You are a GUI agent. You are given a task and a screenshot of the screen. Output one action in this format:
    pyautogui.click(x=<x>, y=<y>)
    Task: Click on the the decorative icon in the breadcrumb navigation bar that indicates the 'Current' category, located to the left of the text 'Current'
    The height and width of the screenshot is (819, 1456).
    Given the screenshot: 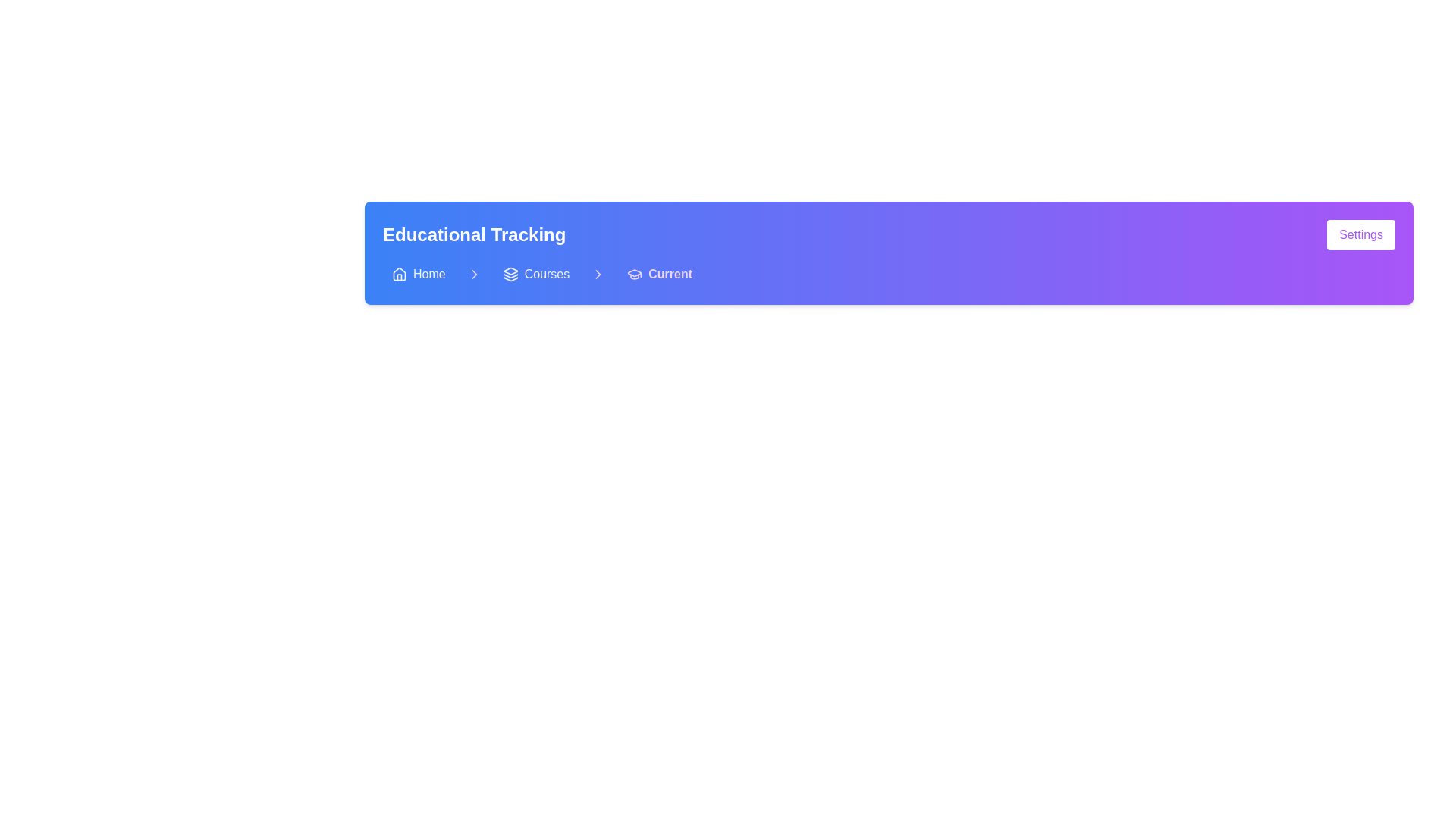 What is the action you would take?
    pyautogui.click(x=635, y=275)
    